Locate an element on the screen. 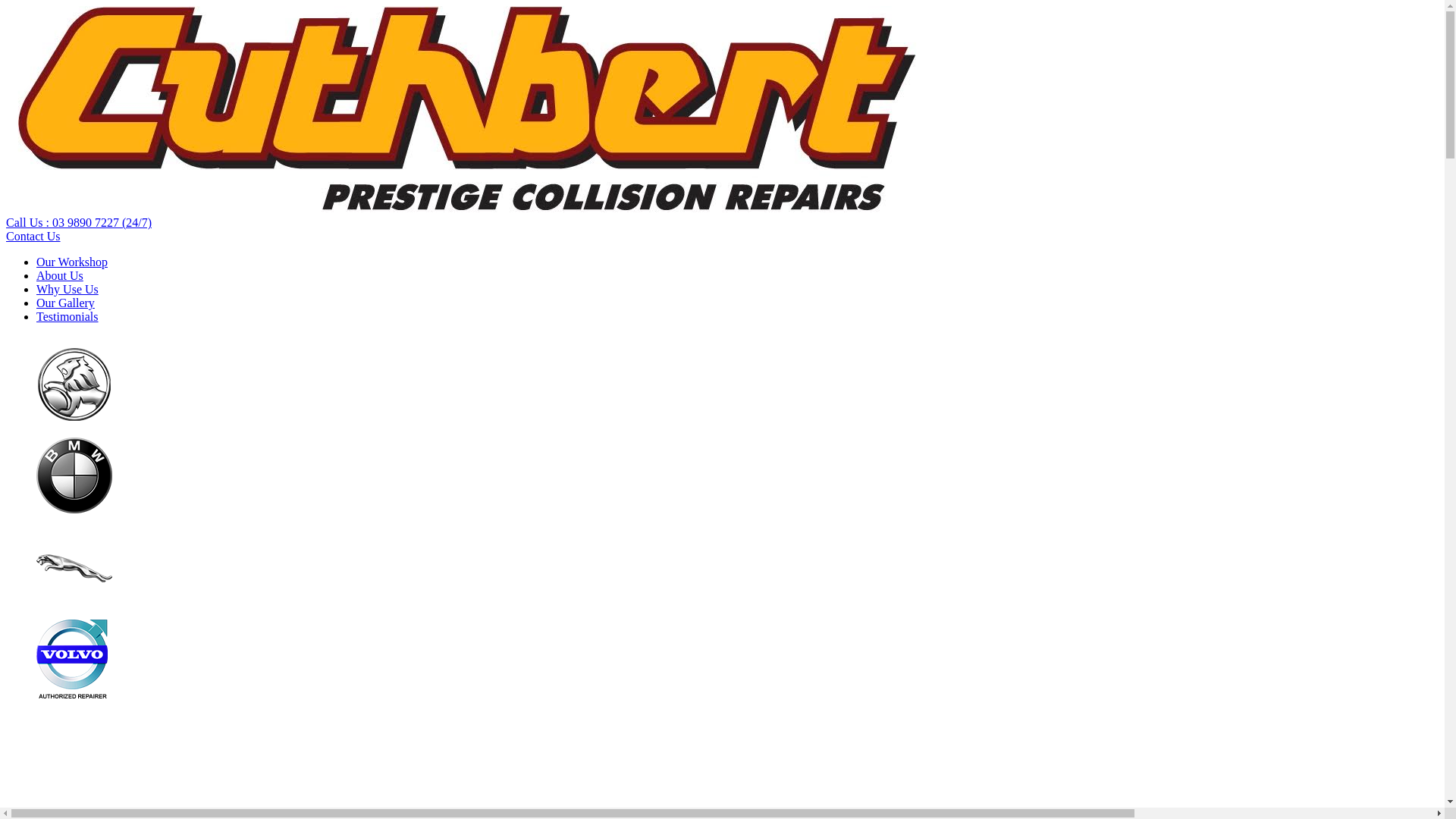 This screenshot has height=819, width=1456. 'Call Us : 03 9890 7227 (24/7)' is located at coordinates (78, 222).